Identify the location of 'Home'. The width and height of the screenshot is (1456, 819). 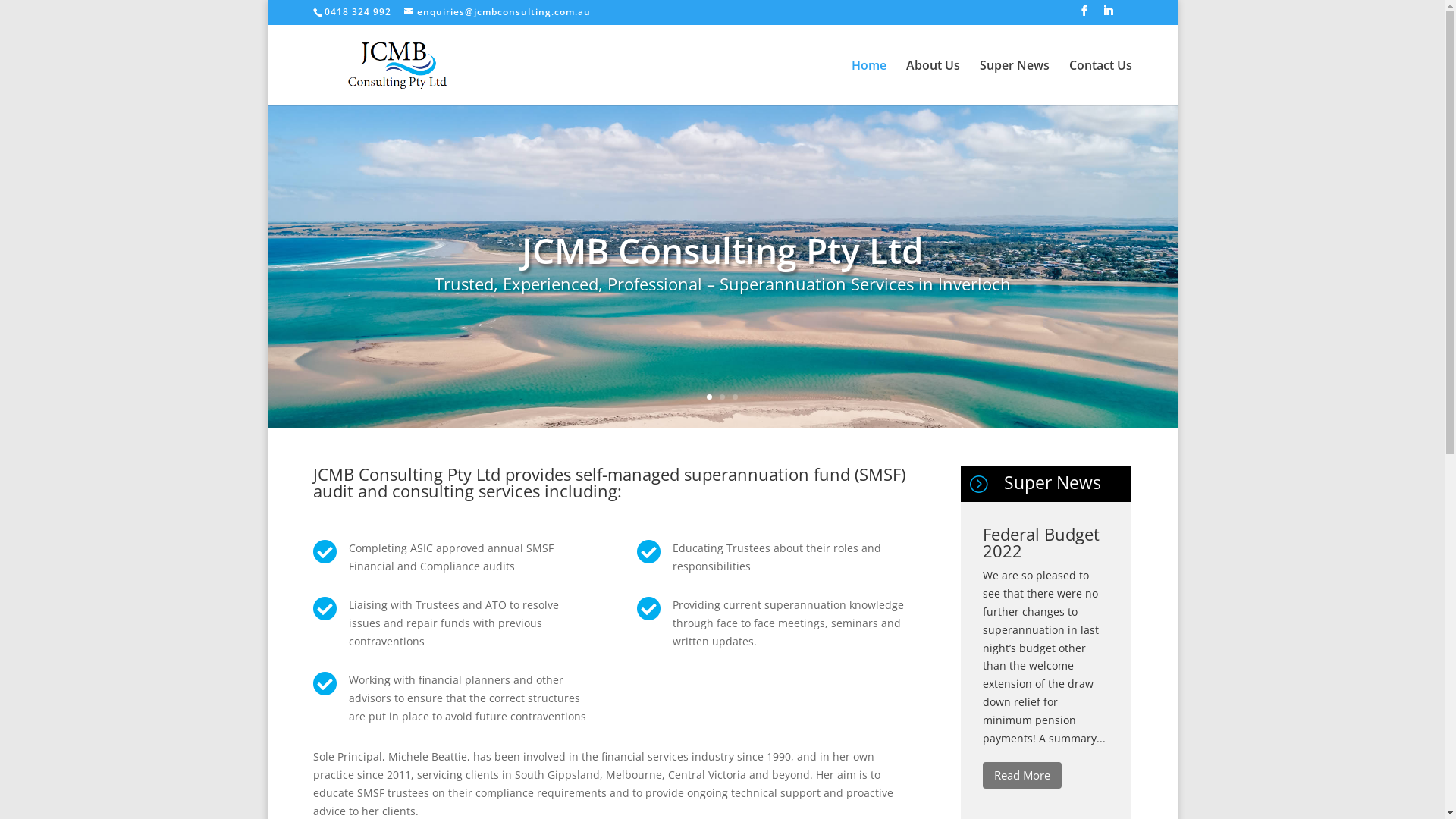
(851, 82).